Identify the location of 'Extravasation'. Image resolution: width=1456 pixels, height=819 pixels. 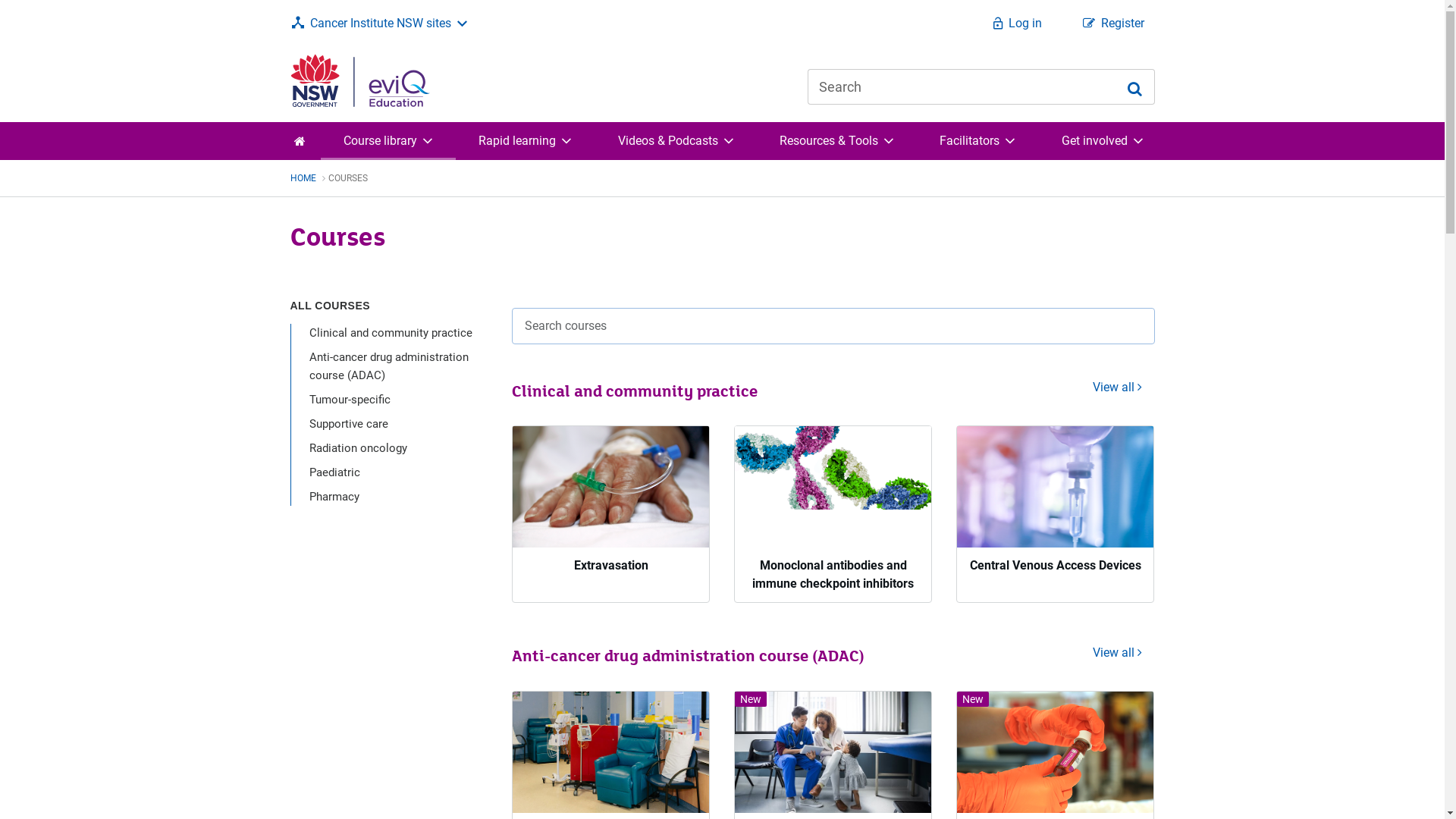
(610, 505).